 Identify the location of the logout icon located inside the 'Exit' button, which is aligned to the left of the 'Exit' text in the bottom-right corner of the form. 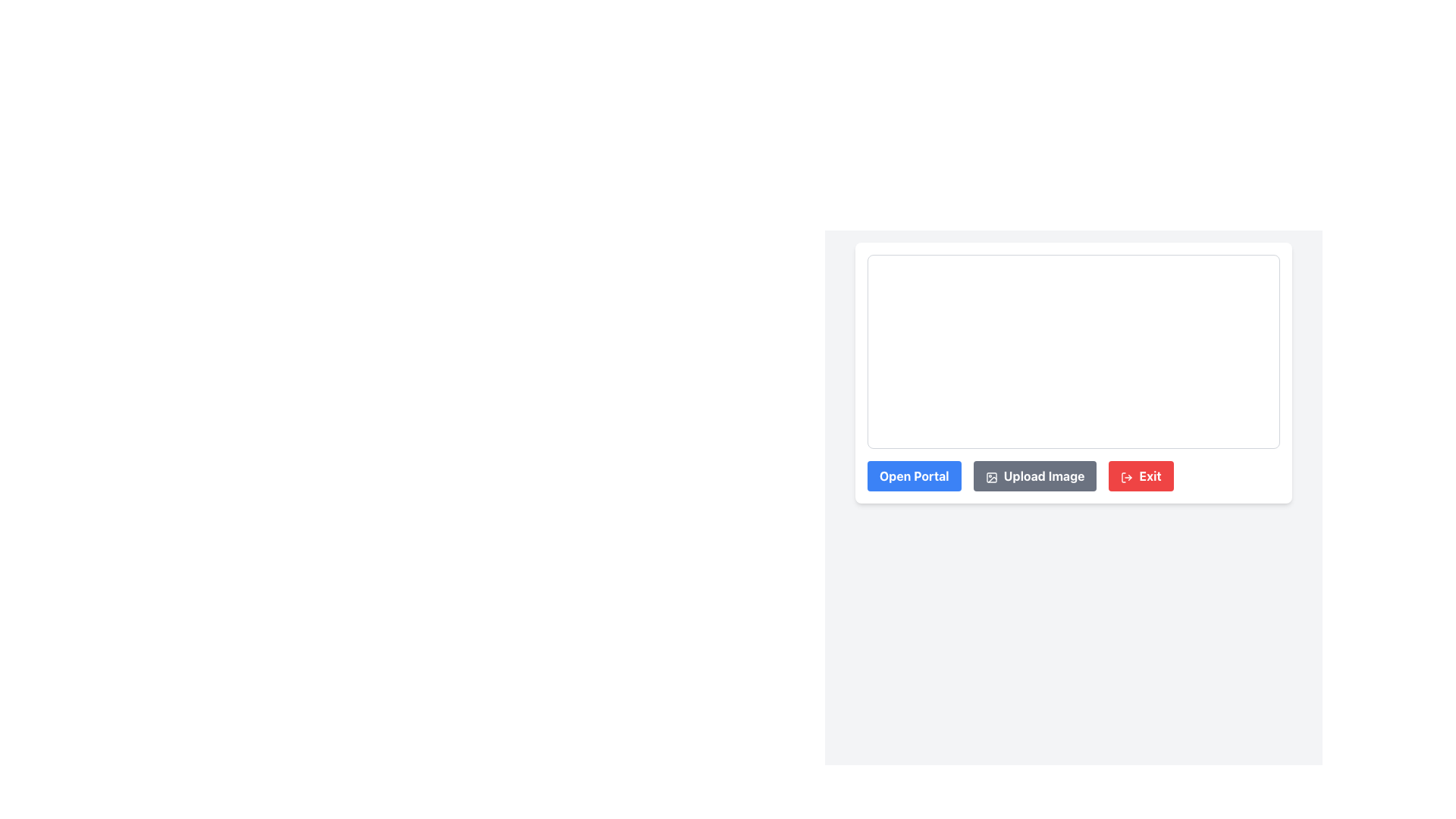
(1127, 476).